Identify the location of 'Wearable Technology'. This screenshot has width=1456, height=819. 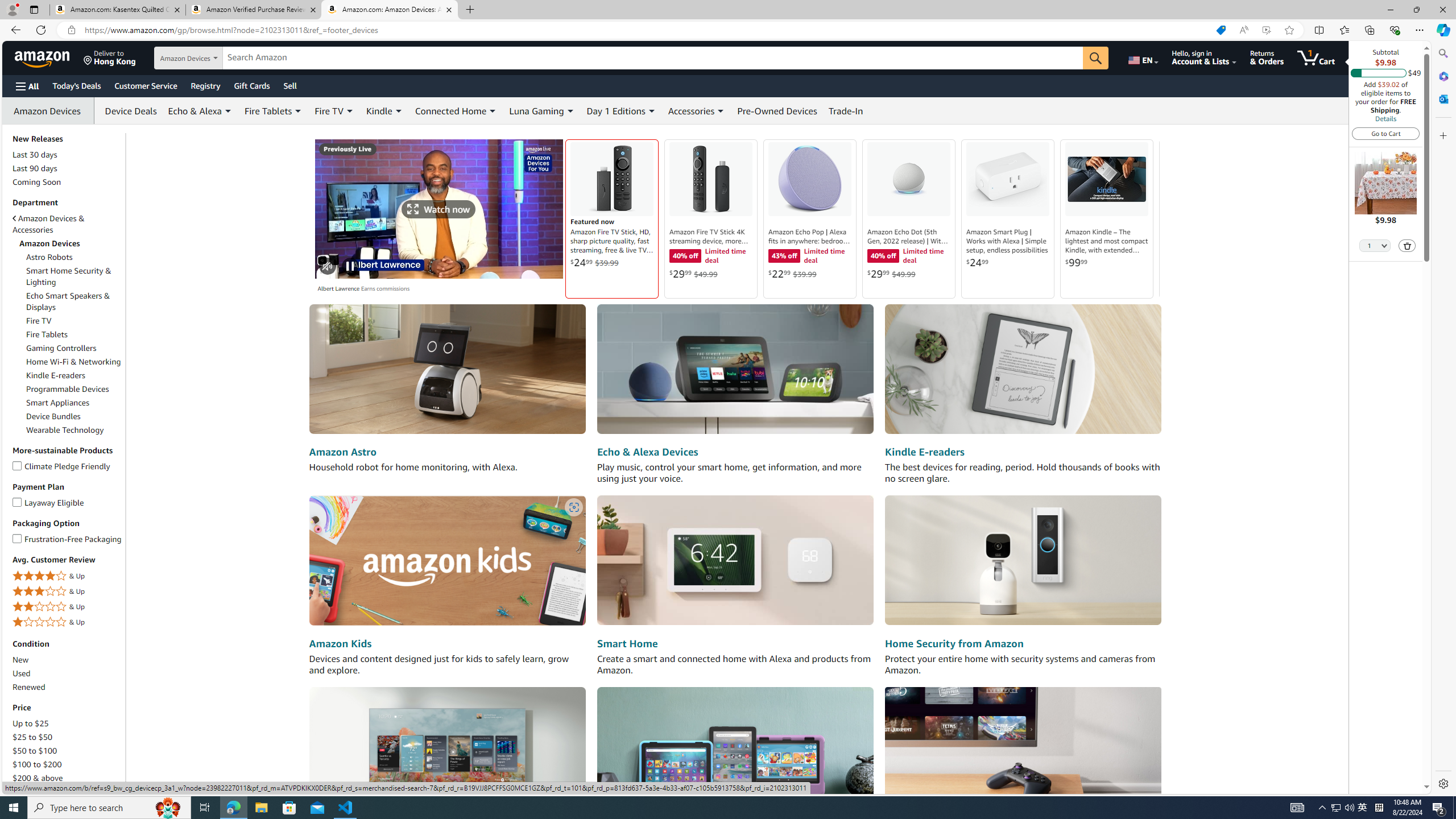
(74, 429).